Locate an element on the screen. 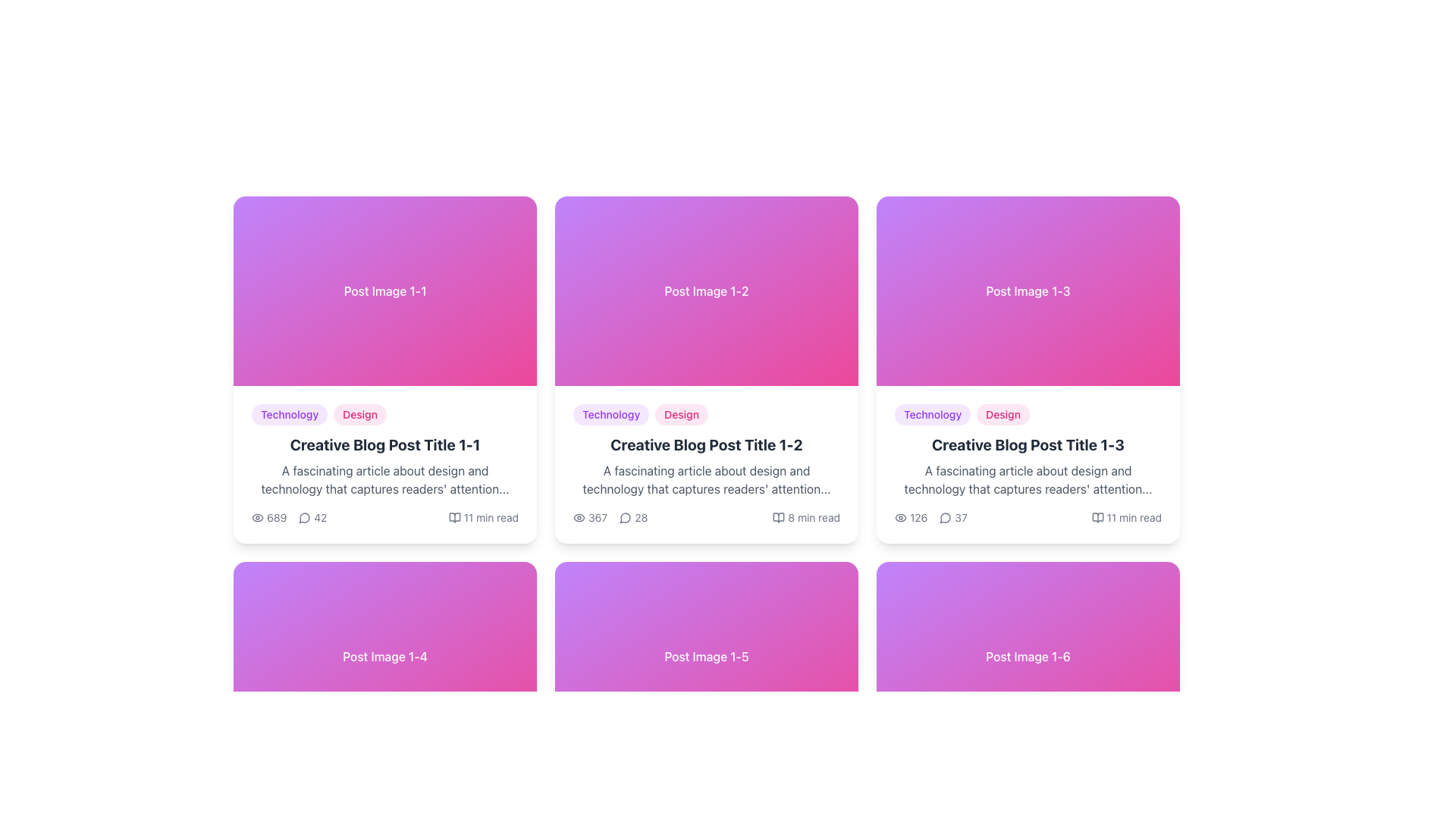 This screenshot has height=819, width=1456. the Text Label that provides a brief description of the article, located below the title 'Creative Blog Post Title 1-1' and above the metadata section is located at coordinates (385, 479).